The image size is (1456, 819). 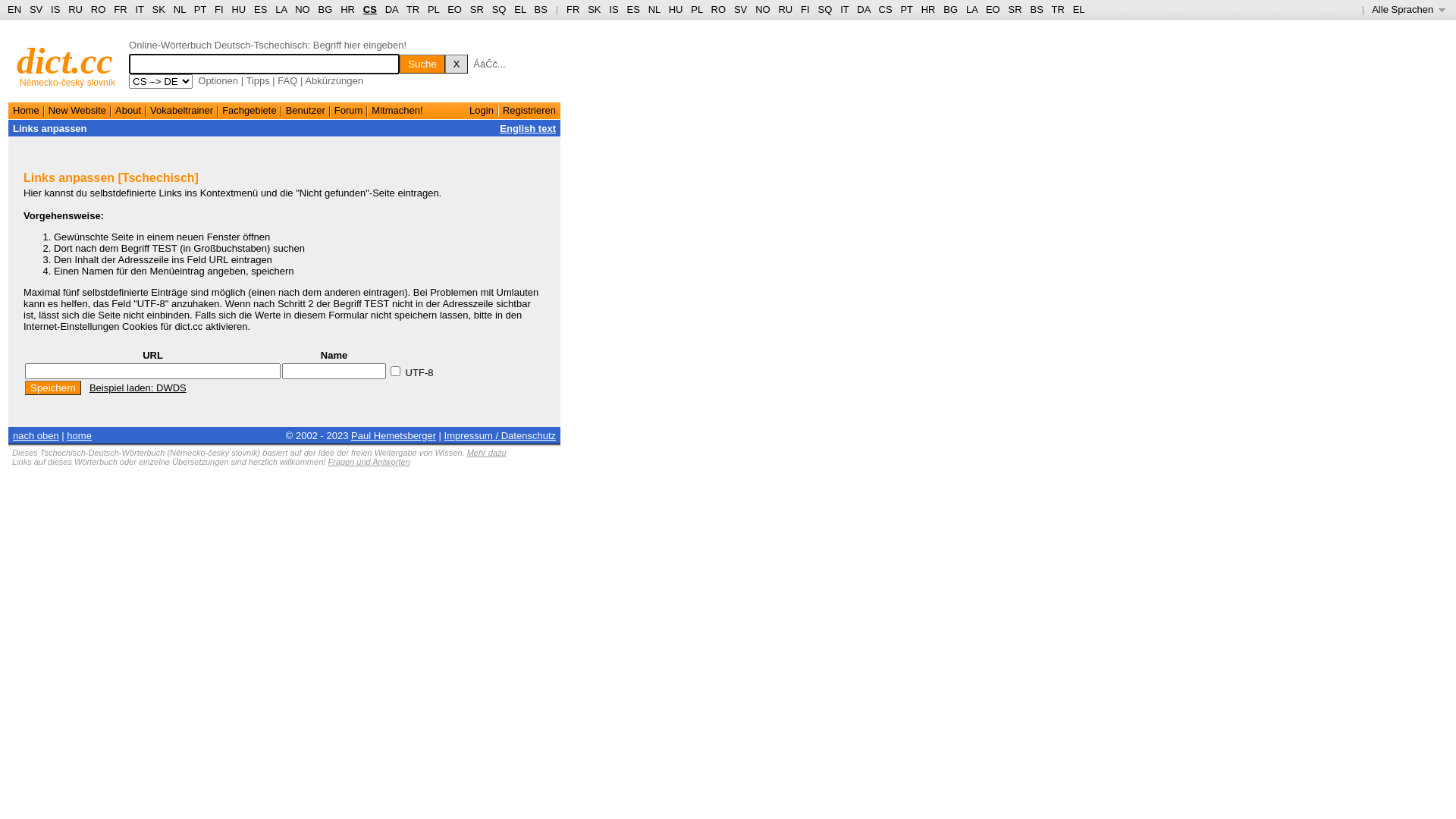 What do you see at coordinates (566, 9) in the screenshot?
I see `'FR'` at bounding box center [566, 9].